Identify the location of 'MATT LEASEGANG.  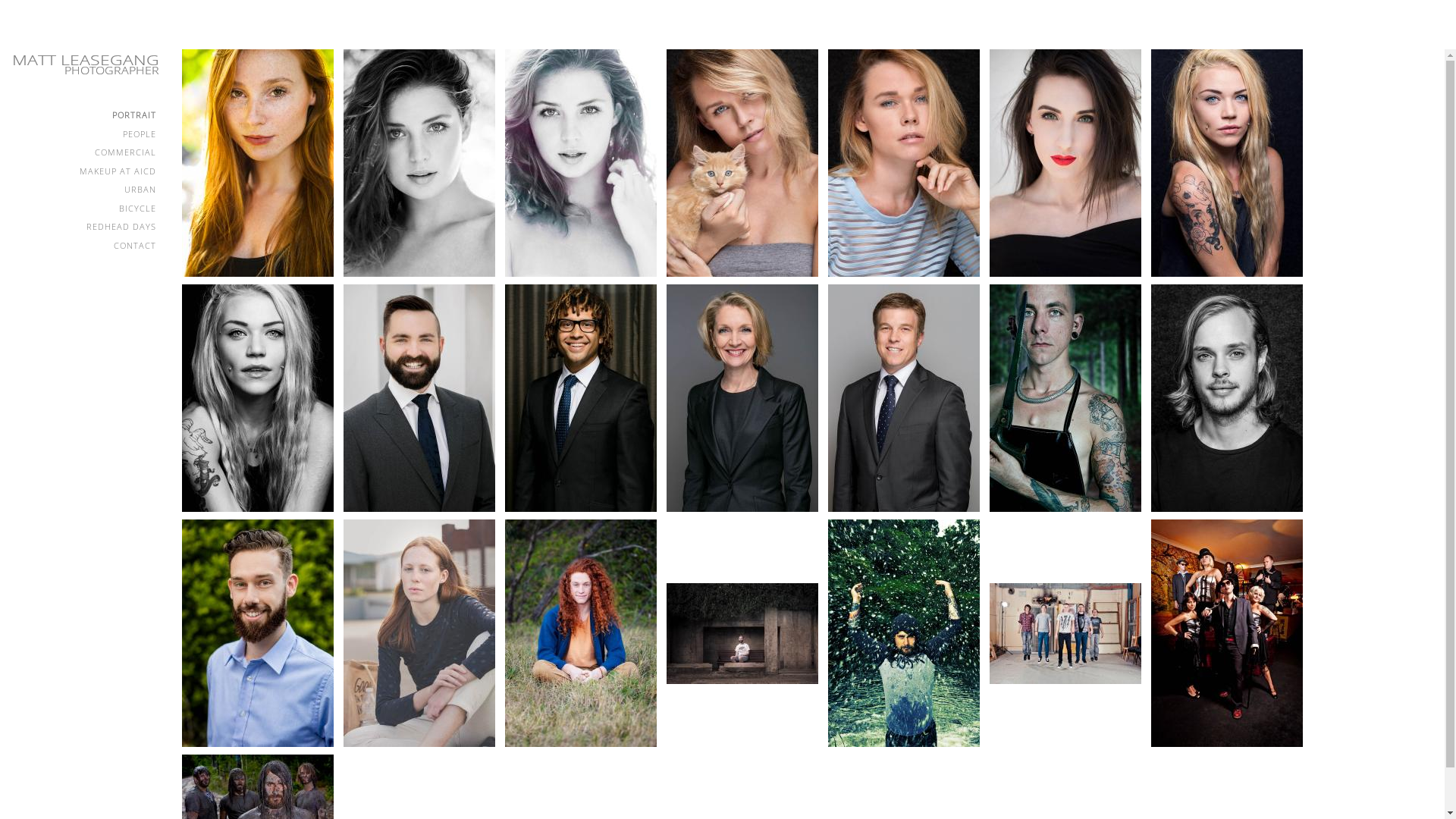
(7, 63).